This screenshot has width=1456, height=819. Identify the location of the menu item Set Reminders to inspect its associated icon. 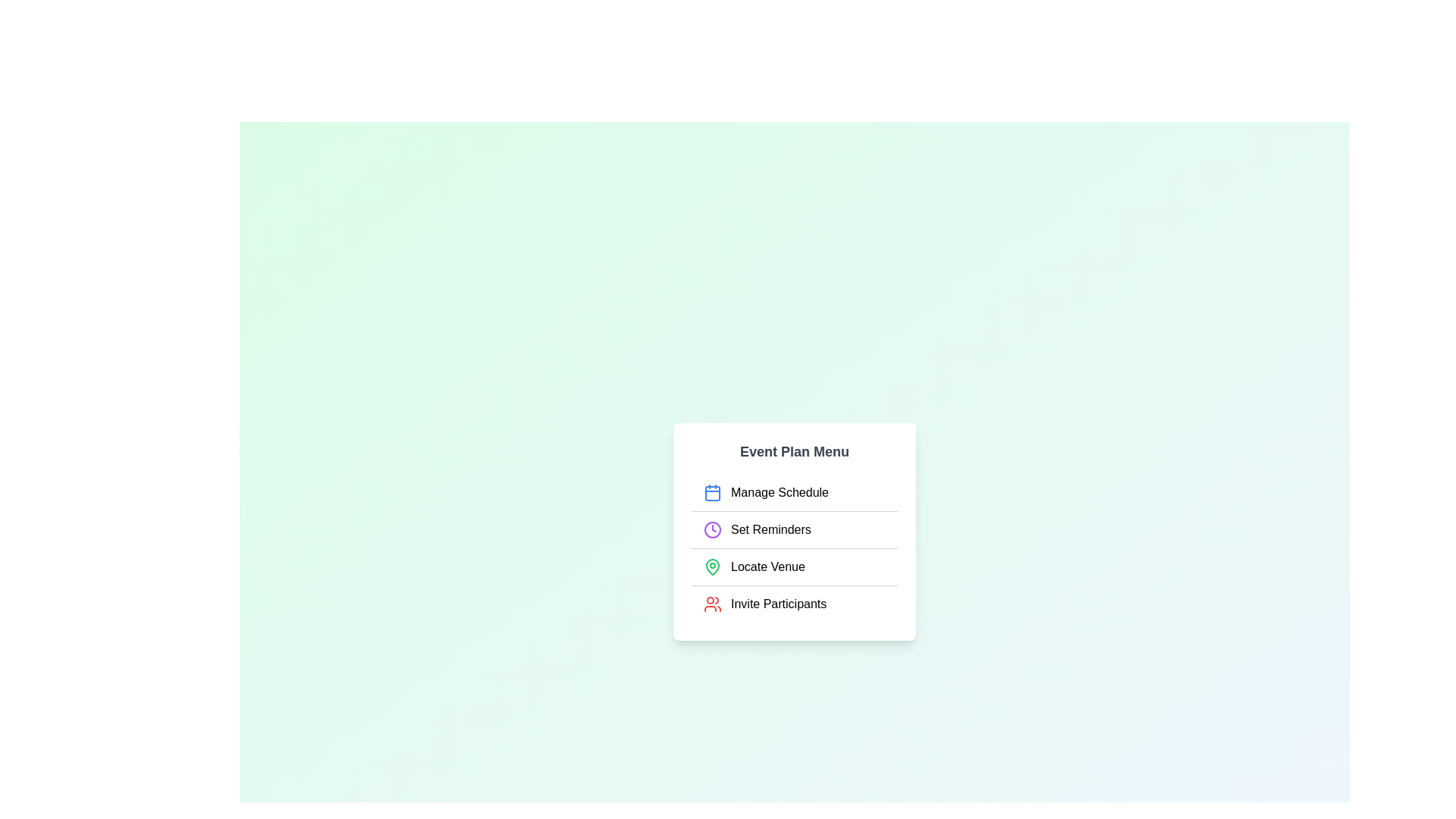
(712, 529).